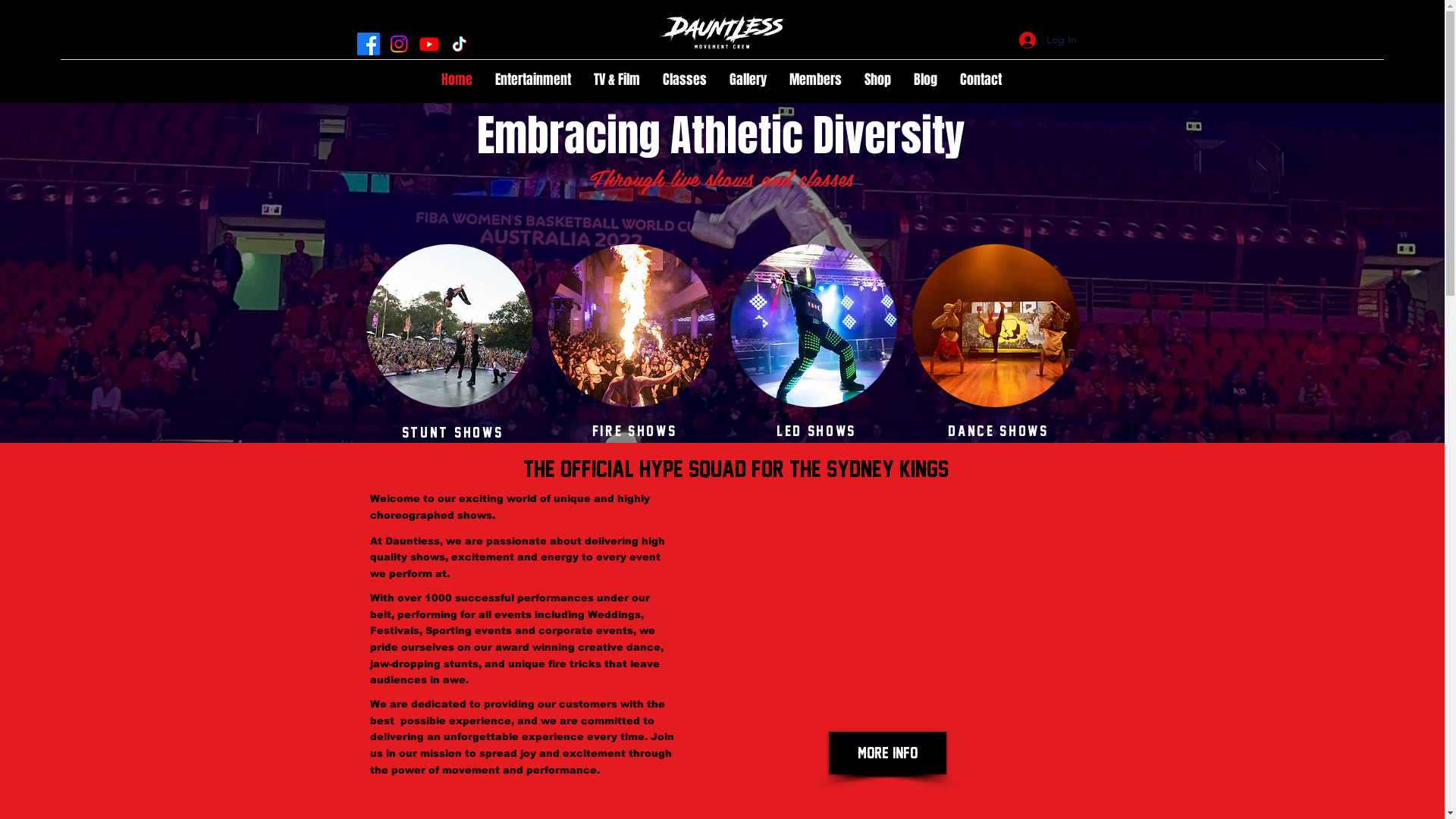  What do you see at coordinates (456, 80) in the screenshot?
I see `'Home'` at bounding box center [456, 80].